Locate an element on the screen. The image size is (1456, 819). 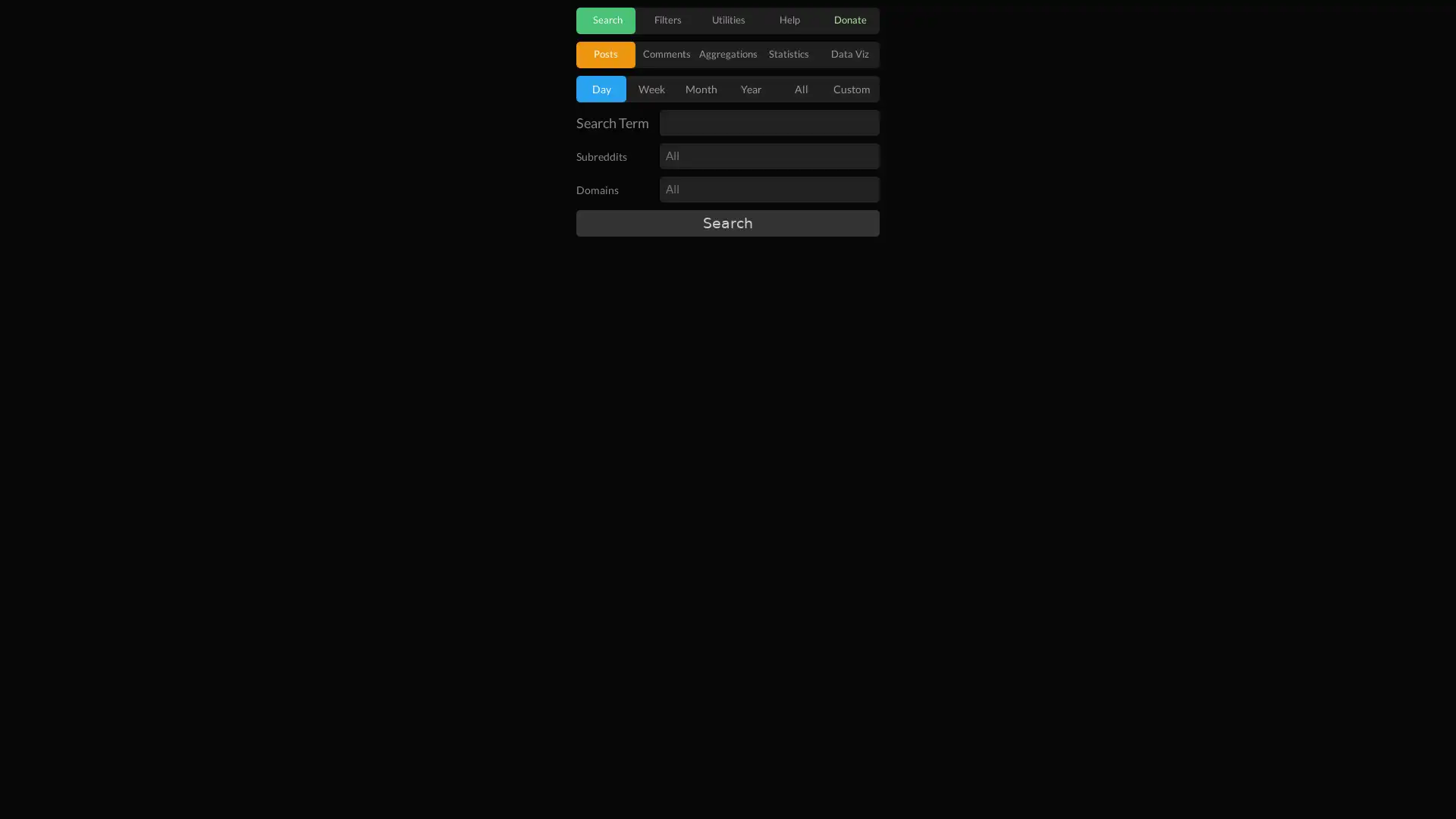
Search is located at coordinates (728, 223).